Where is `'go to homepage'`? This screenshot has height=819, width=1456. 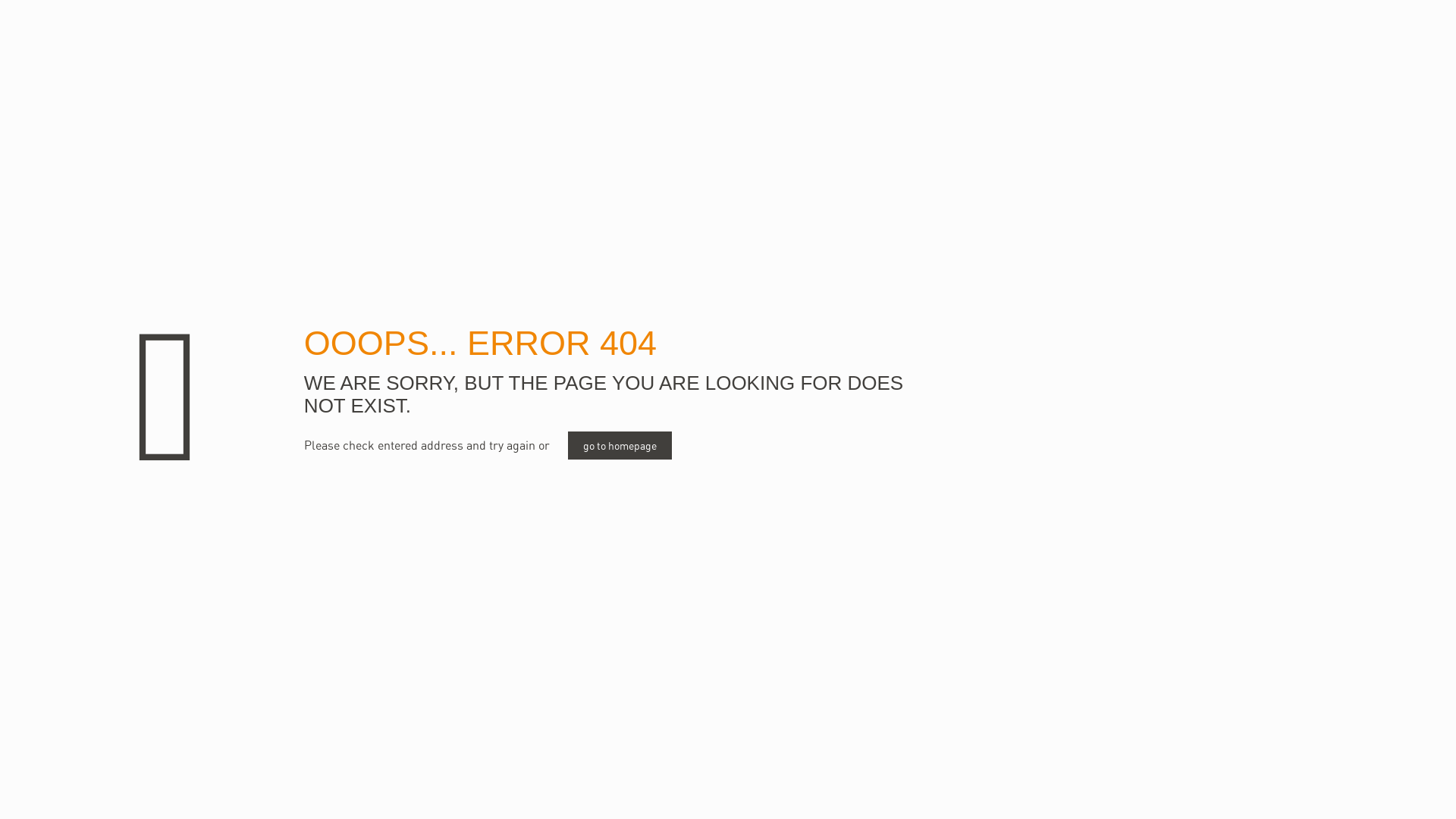
'go to homepage' is located at coordinates (620, 444).